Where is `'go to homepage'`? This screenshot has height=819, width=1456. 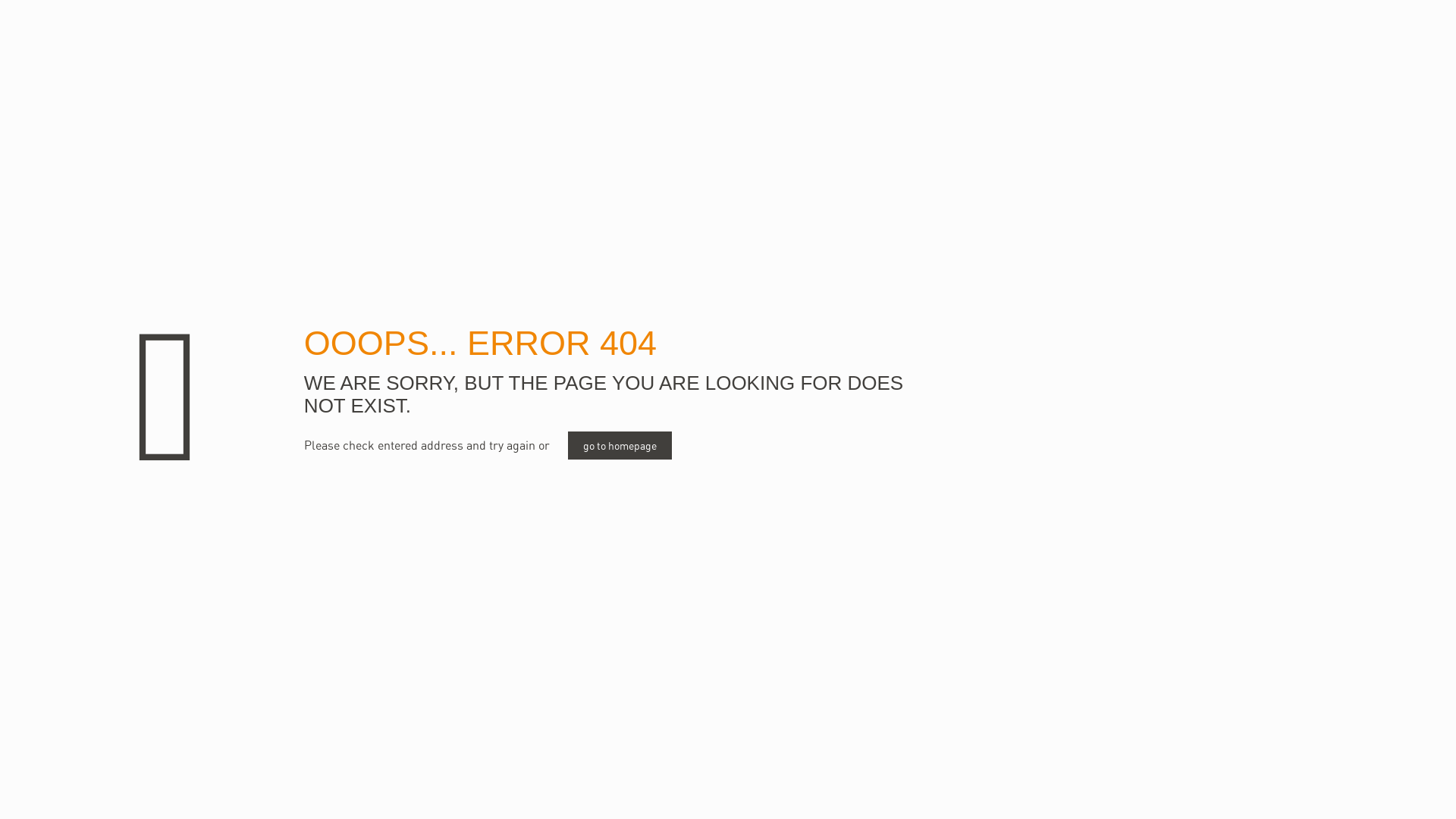
'go to homepage' is located at coordinates (620, 444).